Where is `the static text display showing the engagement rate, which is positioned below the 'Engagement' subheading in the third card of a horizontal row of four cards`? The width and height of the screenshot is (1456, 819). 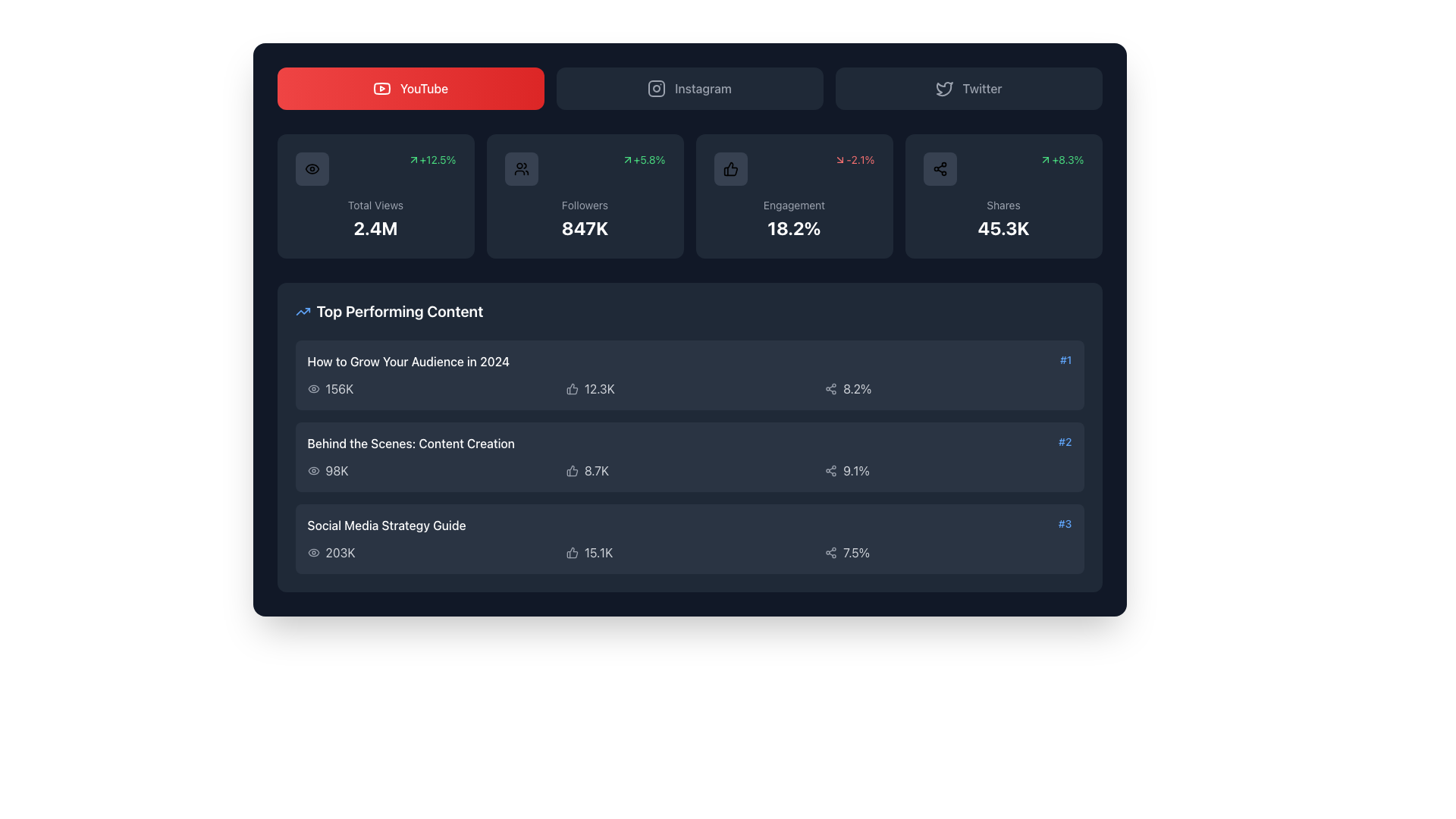
the static text display showing the engagement rate, which is positioned below the 'Engagement' subheading in the third card of a horizontal row of four cards is located at coordinates (793, 227).